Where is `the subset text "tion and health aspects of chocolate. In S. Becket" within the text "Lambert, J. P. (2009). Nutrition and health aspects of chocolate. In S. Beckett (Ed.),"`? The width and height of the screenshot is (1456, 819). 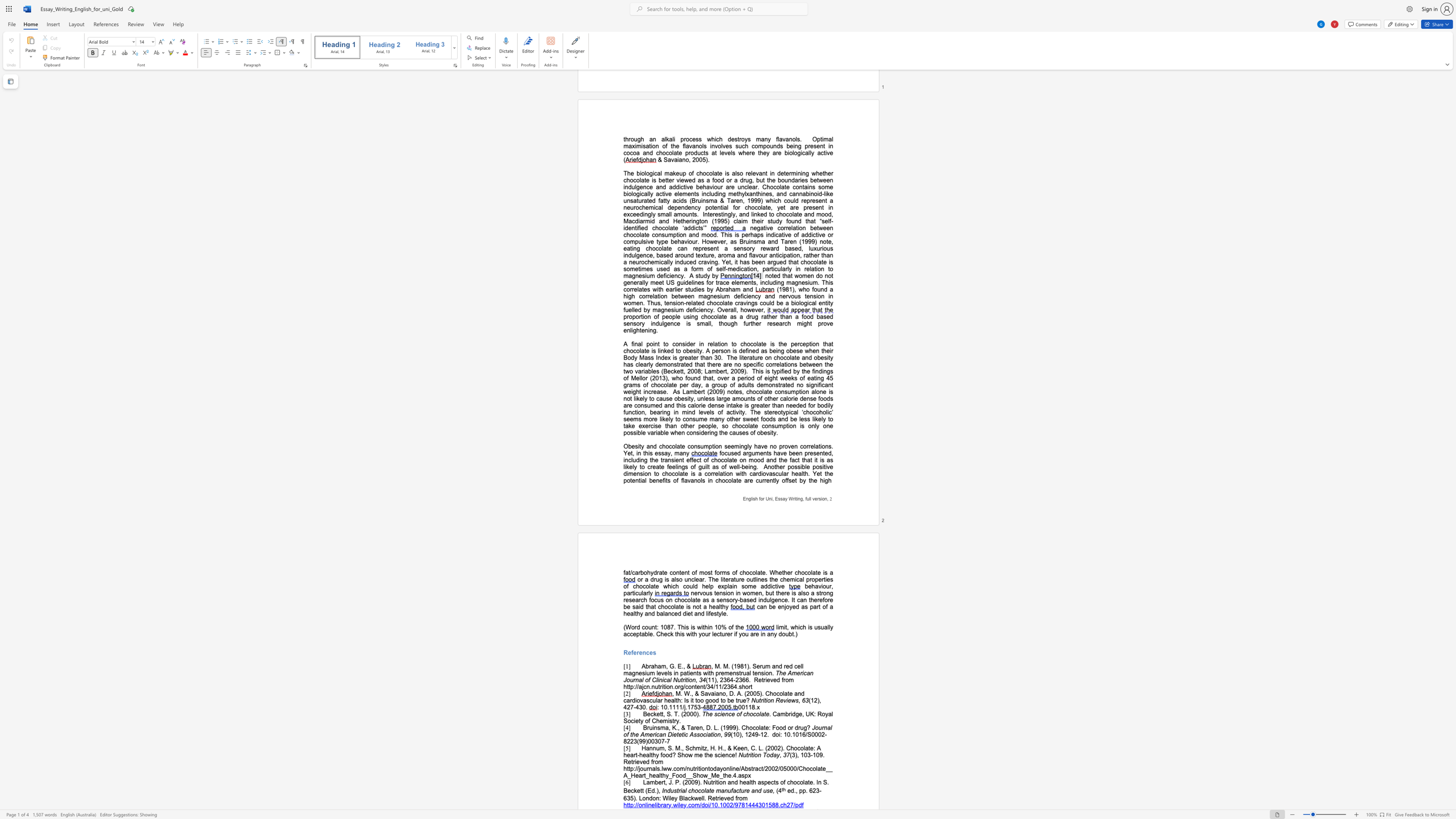
the subset text "tion and health aspects of chocolate. In S. Becket" within the text "Lambert, J. P. (2009). Nutrition and health aspects of chocolate. In S. Beckett (Ed.)," is located at coordinates (716, 782).